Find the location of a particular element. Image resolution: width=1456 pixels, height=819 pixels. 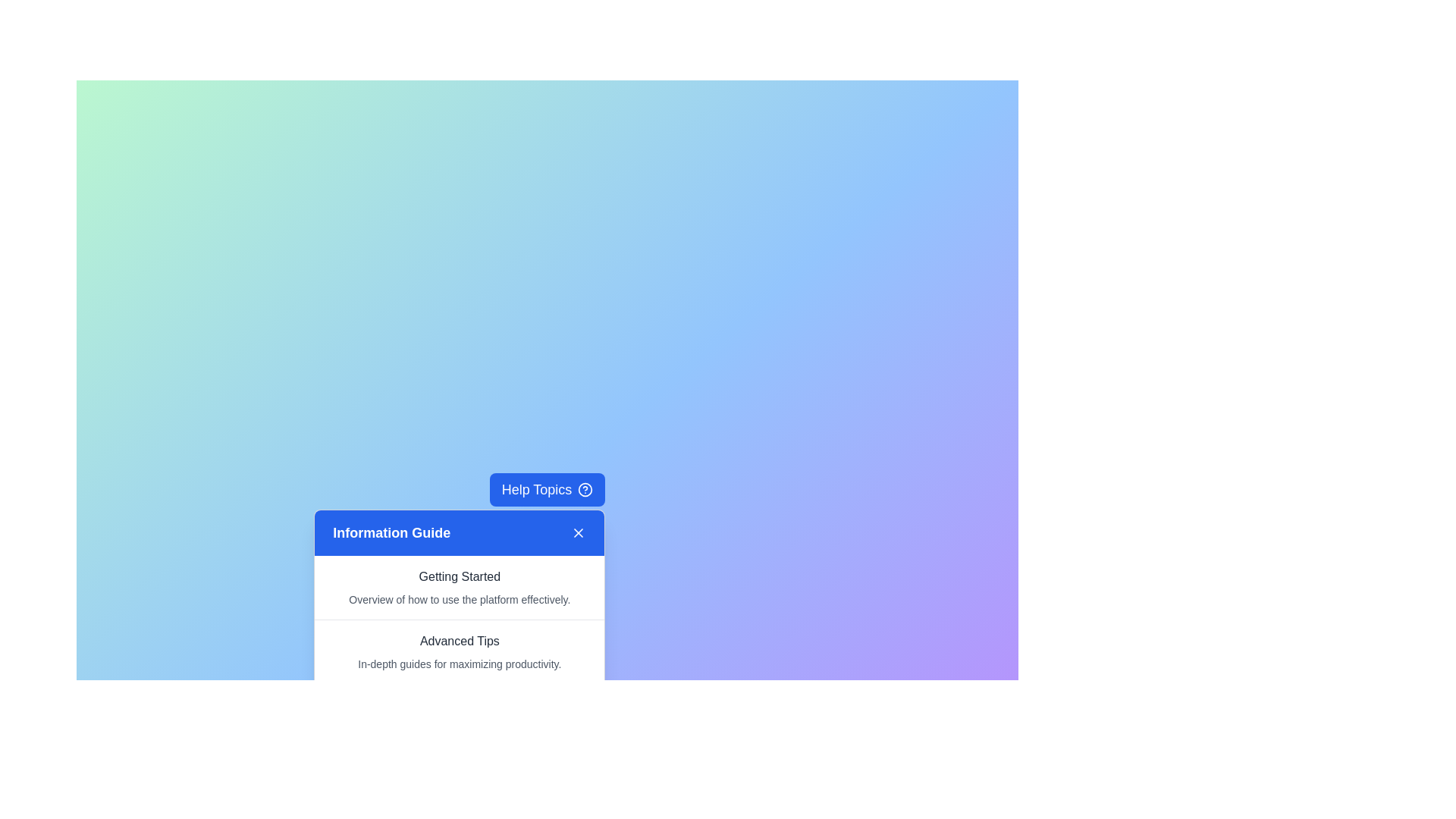

the 'Advanced Tips' informational block is located at coordinates (459, 651).